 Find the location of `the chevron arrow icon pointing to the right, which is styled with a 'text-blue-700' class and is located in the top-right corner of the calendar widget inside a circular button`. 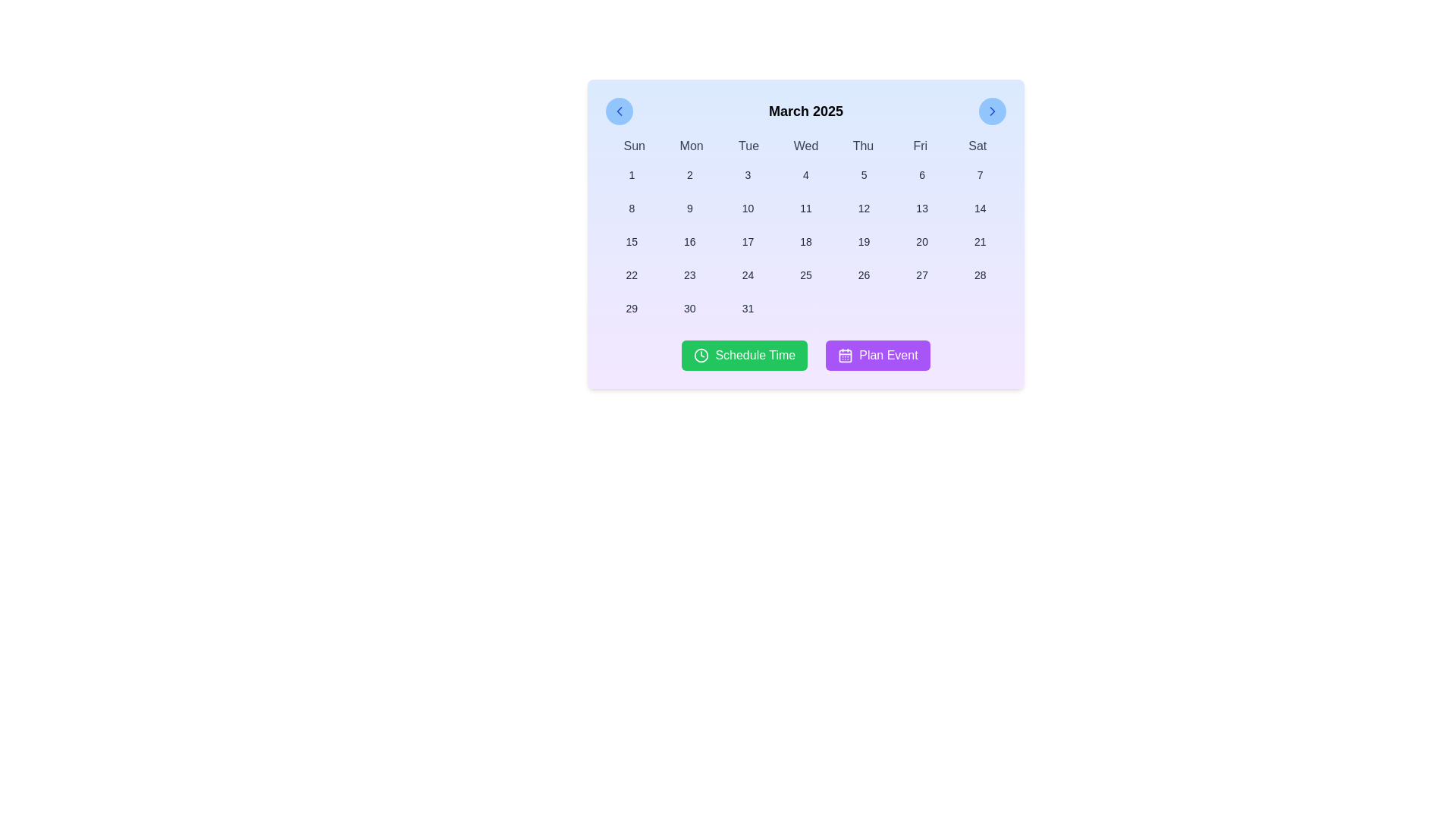

the chevron arrow icon pointing to the right, which is styled with a 'text-blue-700' class and is located in the top-right corner of the calendar widget inside a circular button is located at coordinates (993, 110).